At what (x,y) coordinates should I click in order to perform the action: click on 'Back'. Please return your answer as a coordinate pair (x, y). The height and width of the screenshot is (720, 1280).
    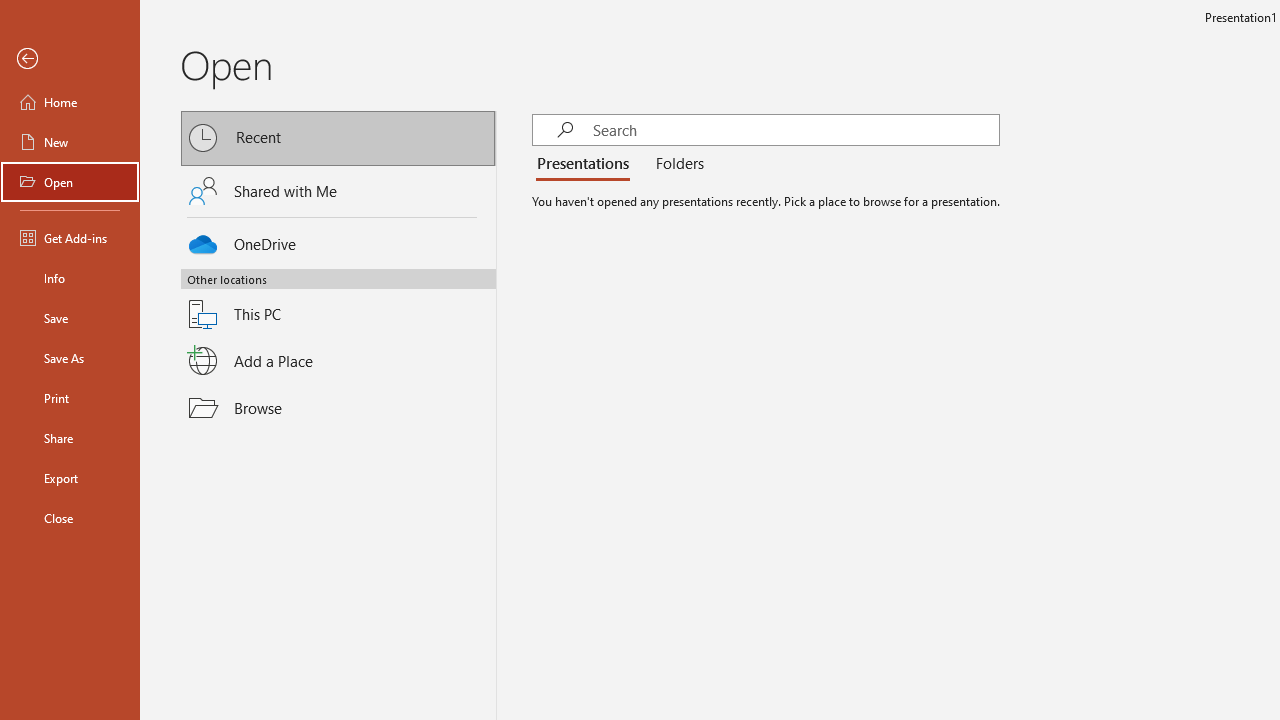
    Looking at the image, I should click on (69, 58).